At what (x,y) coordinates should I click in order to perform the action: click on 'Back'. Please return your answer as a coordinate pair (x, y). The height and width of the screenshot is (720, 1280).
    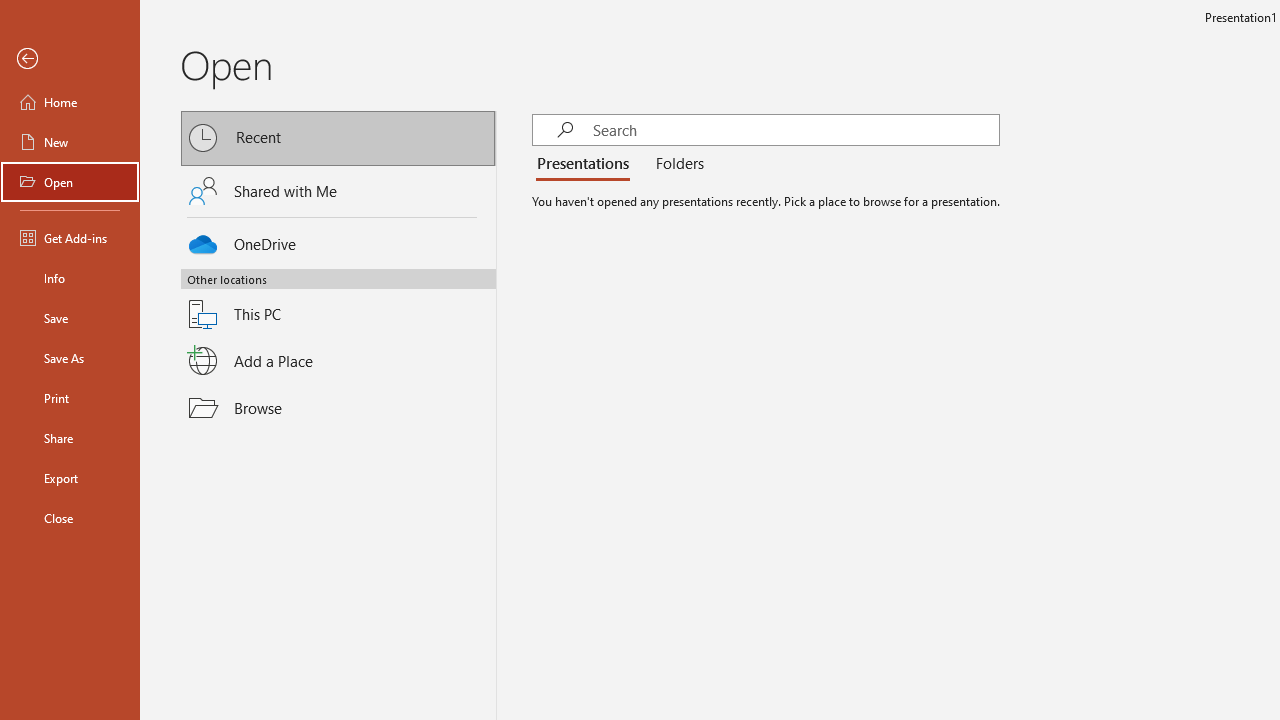
    Looking at the image, I should click on (69, 58).